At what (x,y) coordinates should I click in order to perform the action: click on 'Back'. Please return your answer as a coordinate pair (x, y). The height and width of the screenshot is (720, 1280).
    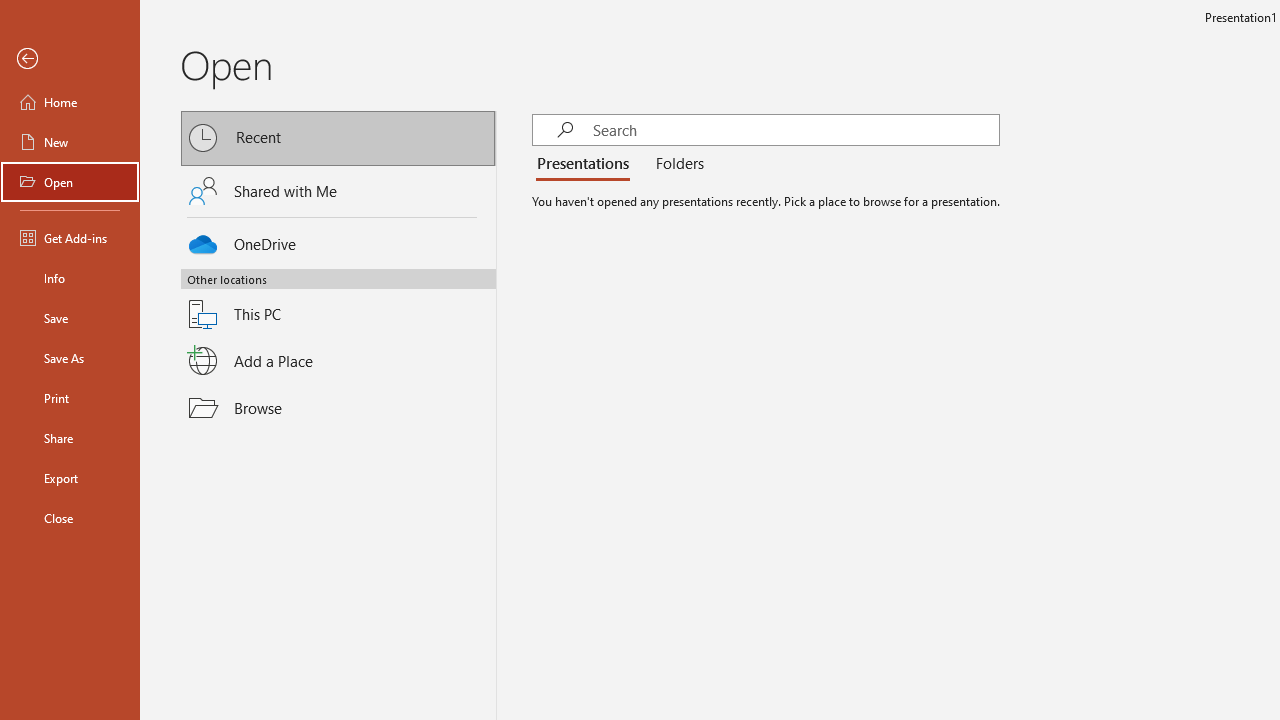
    Looking at the image, I should click on (69, 58).